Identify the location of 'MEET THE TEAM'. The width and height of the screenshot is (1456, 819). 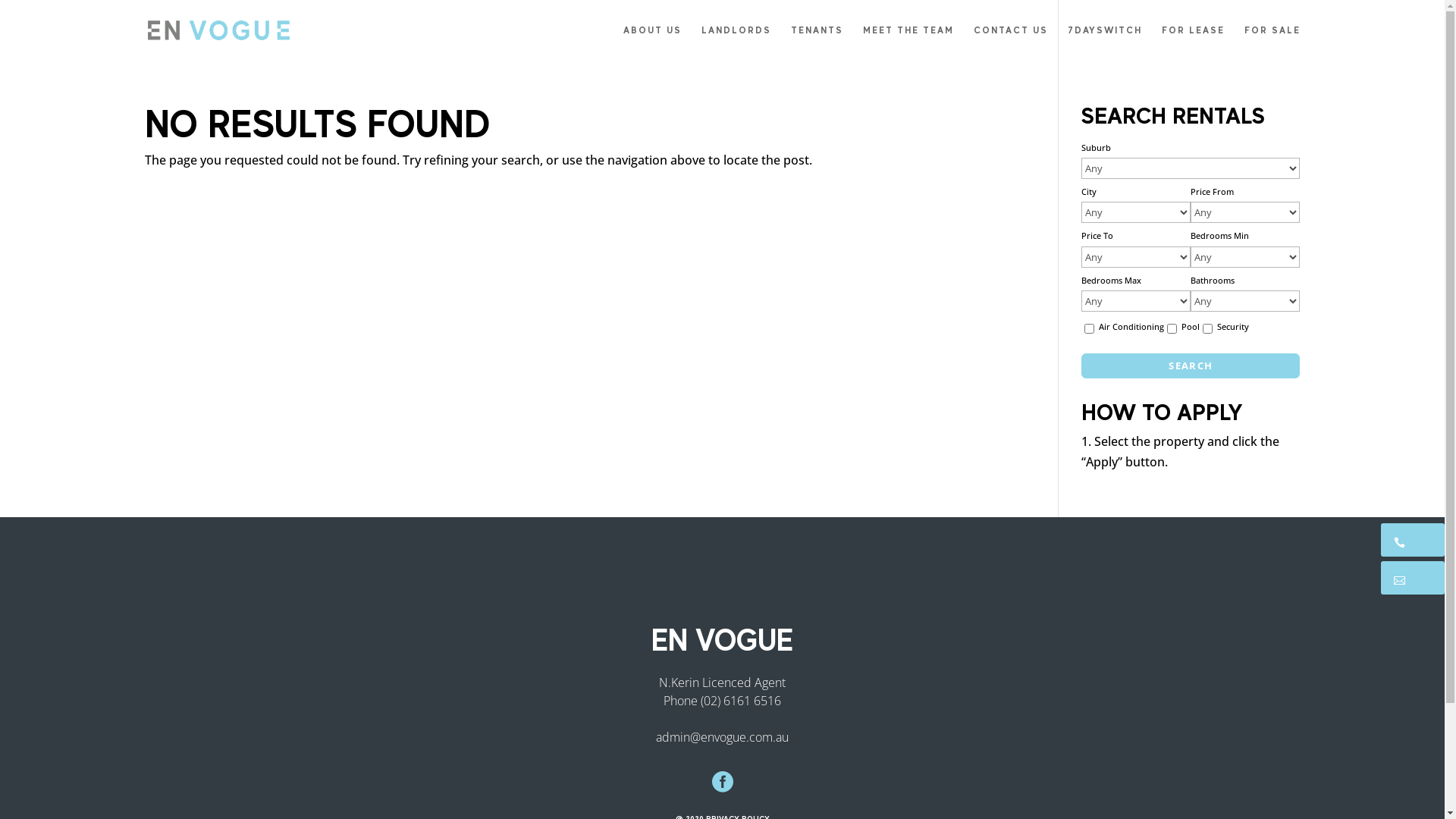
(908, 42).